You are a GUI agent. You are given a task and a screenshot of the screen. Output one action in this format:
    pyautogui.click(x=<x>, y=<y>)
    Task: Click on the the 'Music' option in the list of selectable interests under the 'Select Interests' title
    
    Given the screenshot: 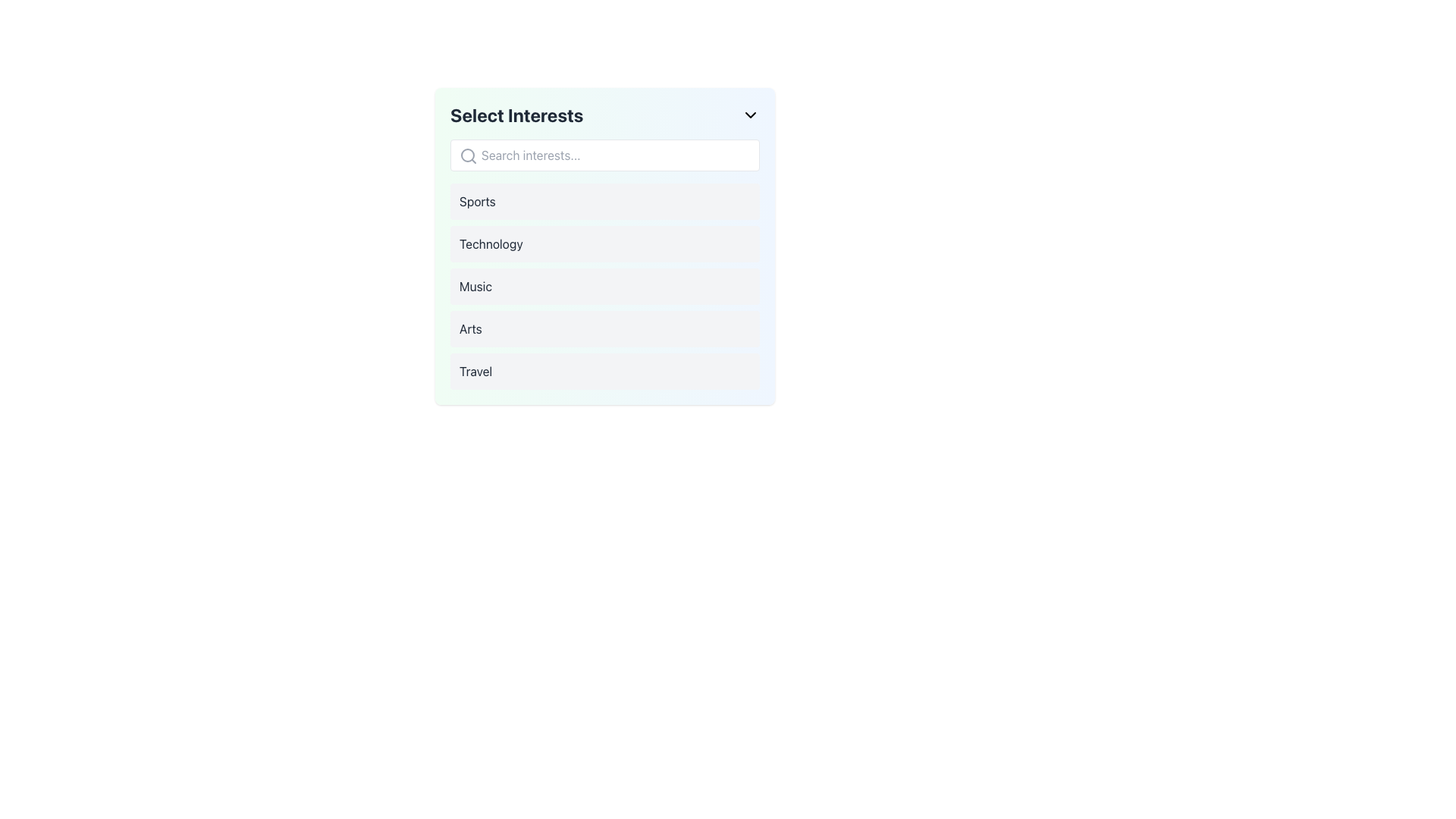 What is the action you would take?
    pyautogui.click(x=604, y=287)
    